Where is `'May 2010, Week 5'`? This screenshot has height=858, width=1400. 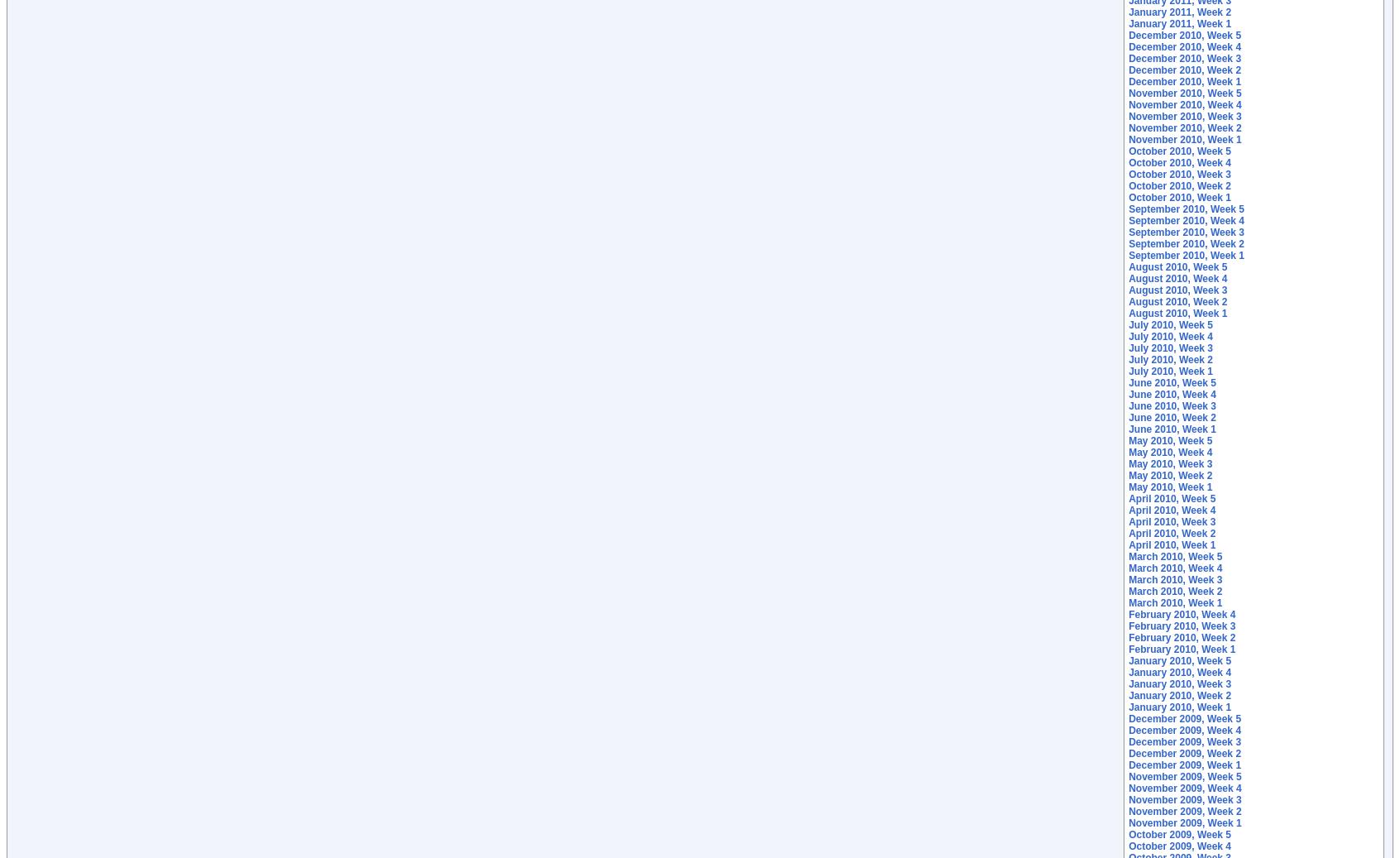 'May 2010, Week 5' is located at coordinates (1169, 441).